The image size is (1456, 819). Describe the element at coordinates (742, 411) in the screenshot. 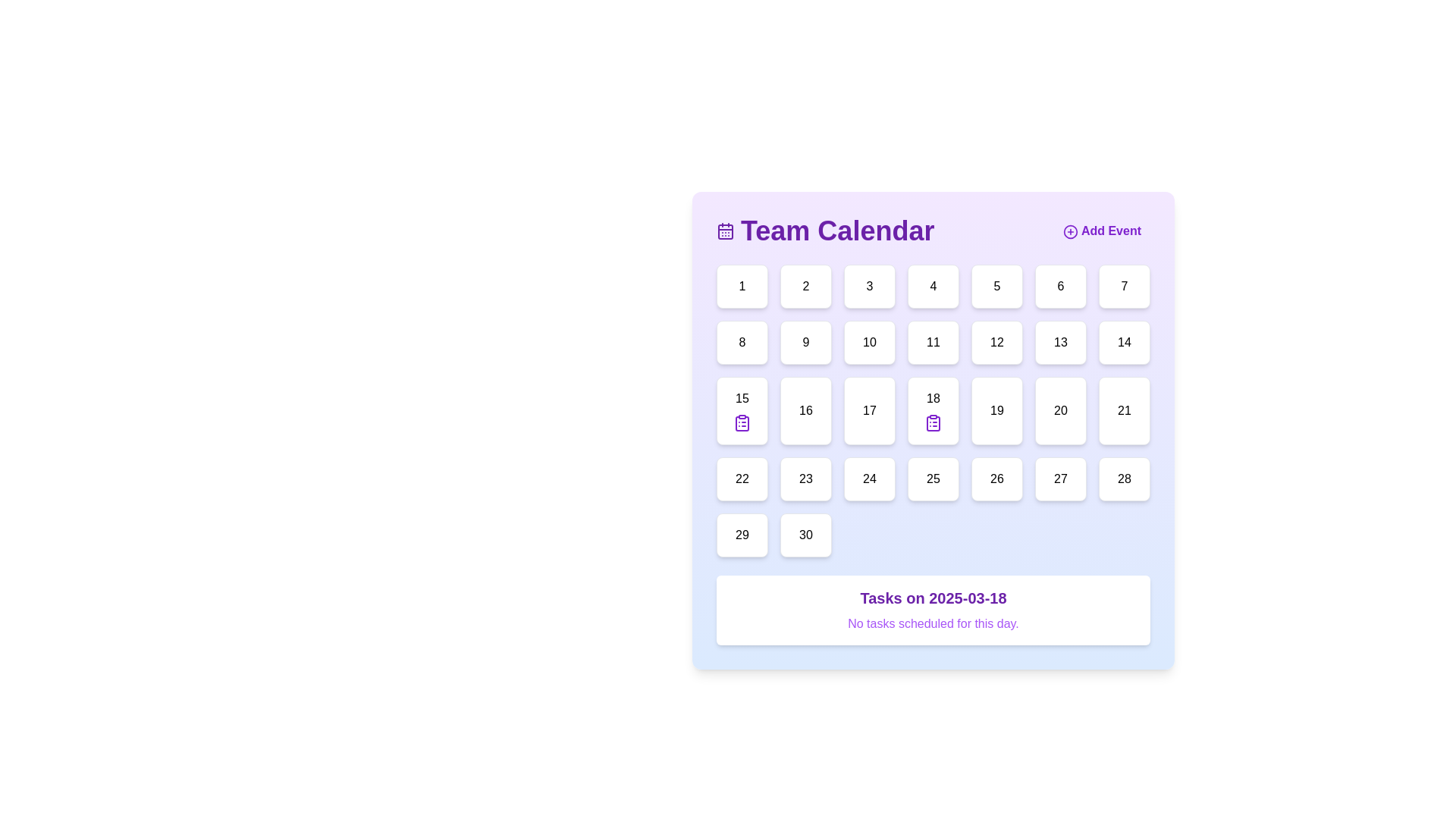

I see `the Calendar Date Box containing the date '15'` at that location.